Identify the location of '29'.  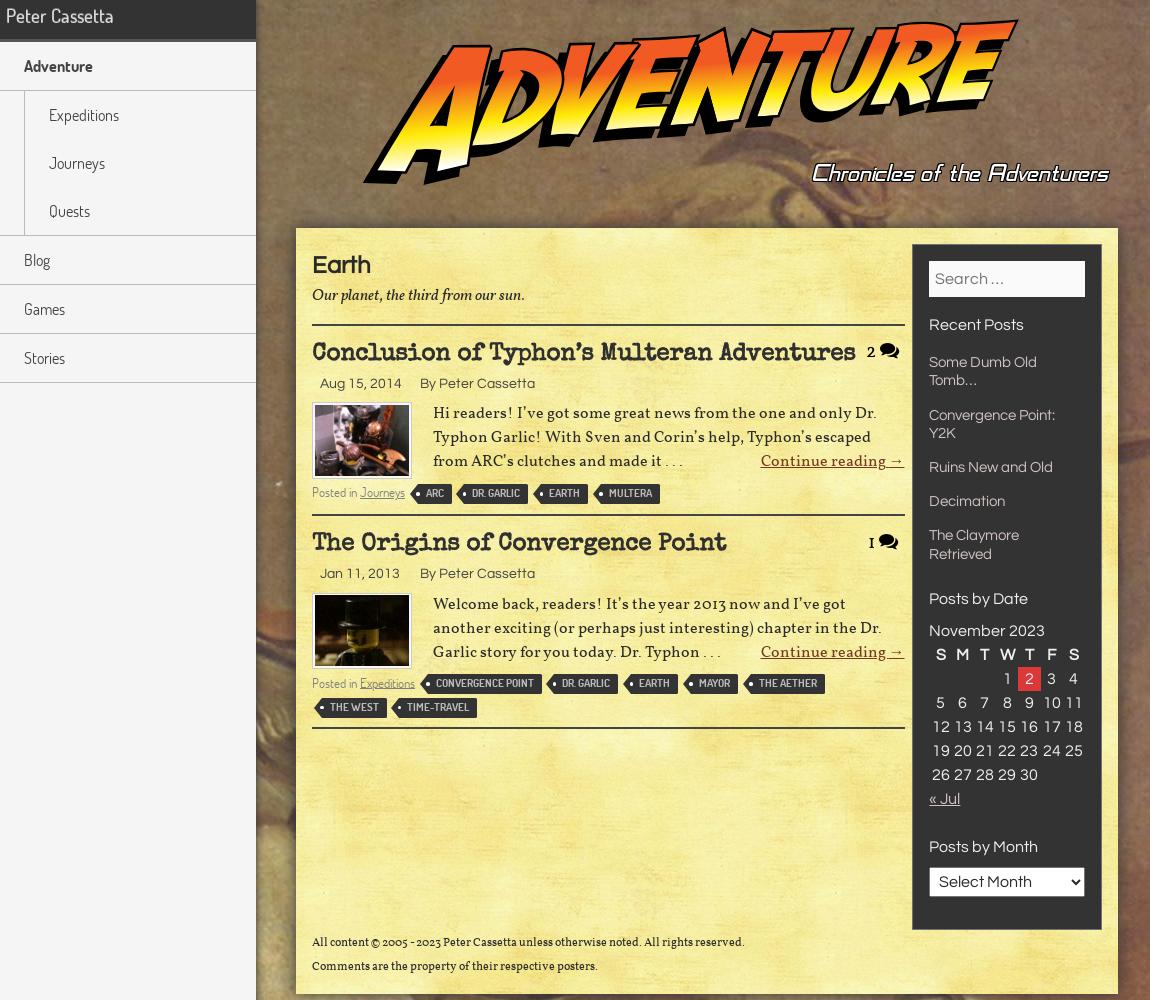
(1007, 774).